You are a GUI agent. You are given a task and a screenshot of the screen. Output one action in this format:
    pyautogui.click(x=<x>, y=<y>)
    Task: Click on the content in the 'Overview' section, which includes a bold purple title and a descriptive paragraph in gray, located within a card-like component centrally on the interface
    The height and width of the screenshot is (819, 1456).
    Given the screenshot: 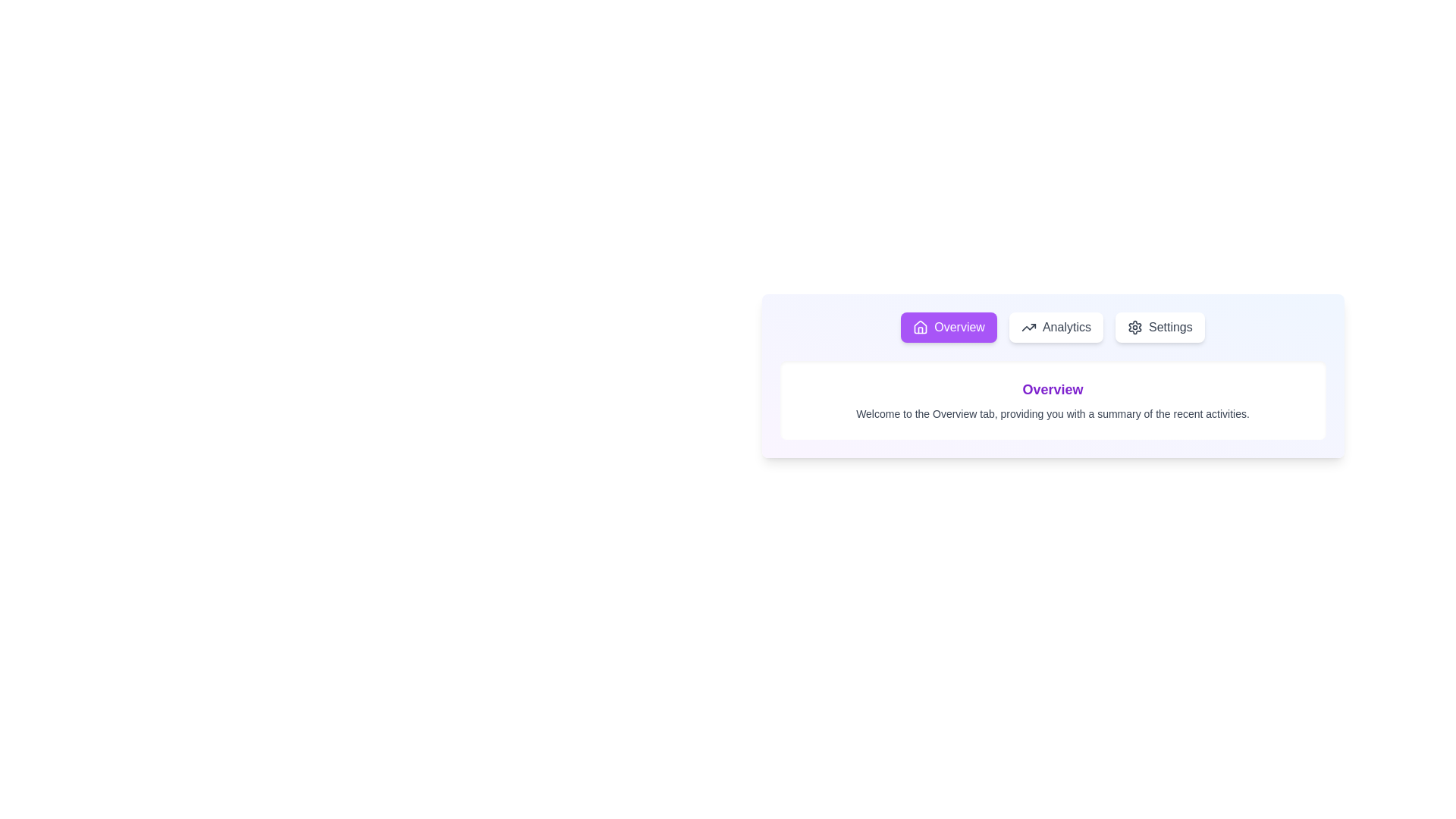 What is the action you would take?
    pyautogui.click(x=1052, y=400)
    